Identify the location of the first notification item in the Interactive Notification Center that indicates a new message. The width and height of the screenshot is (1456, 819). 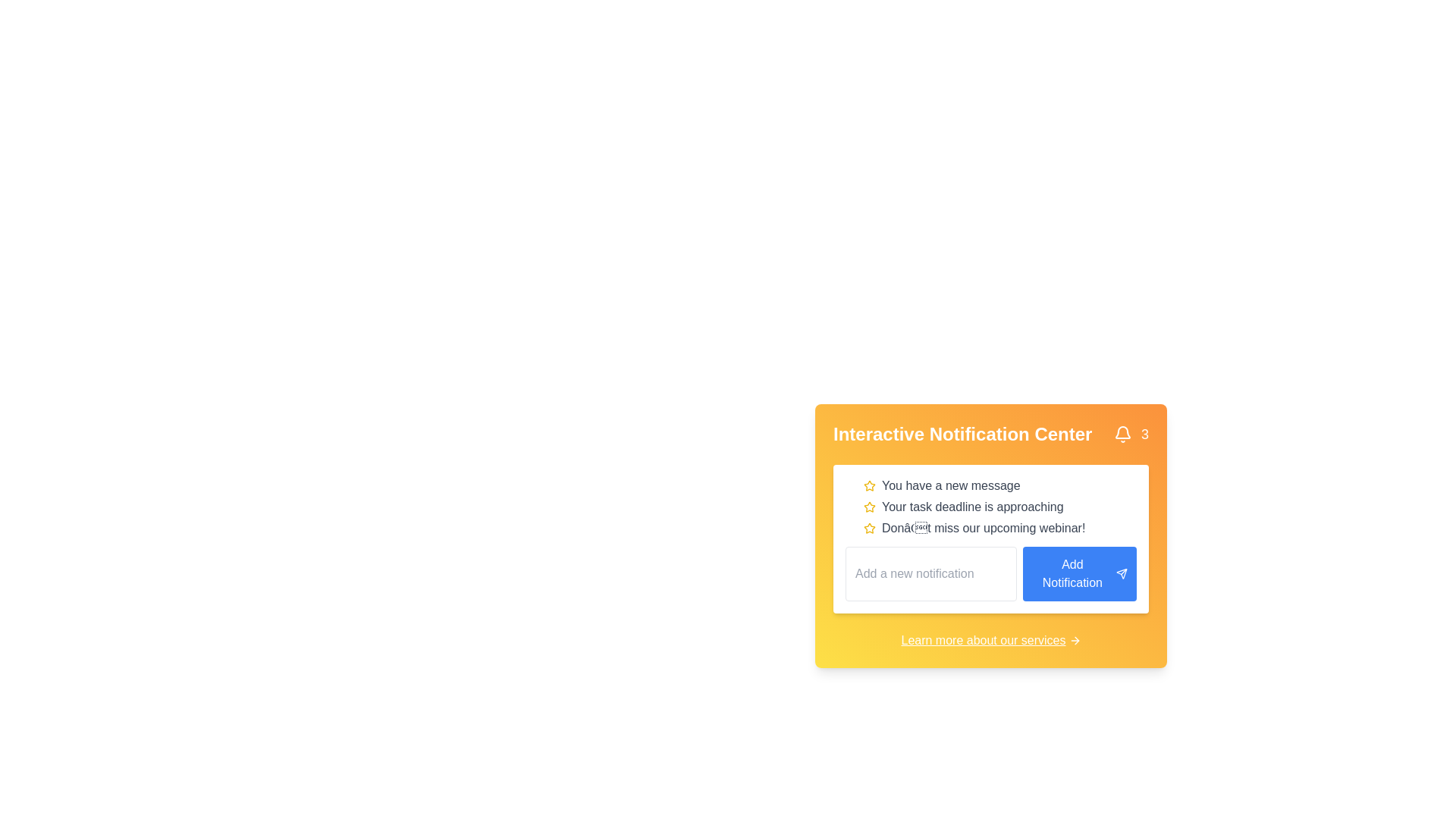
(1000, 485).